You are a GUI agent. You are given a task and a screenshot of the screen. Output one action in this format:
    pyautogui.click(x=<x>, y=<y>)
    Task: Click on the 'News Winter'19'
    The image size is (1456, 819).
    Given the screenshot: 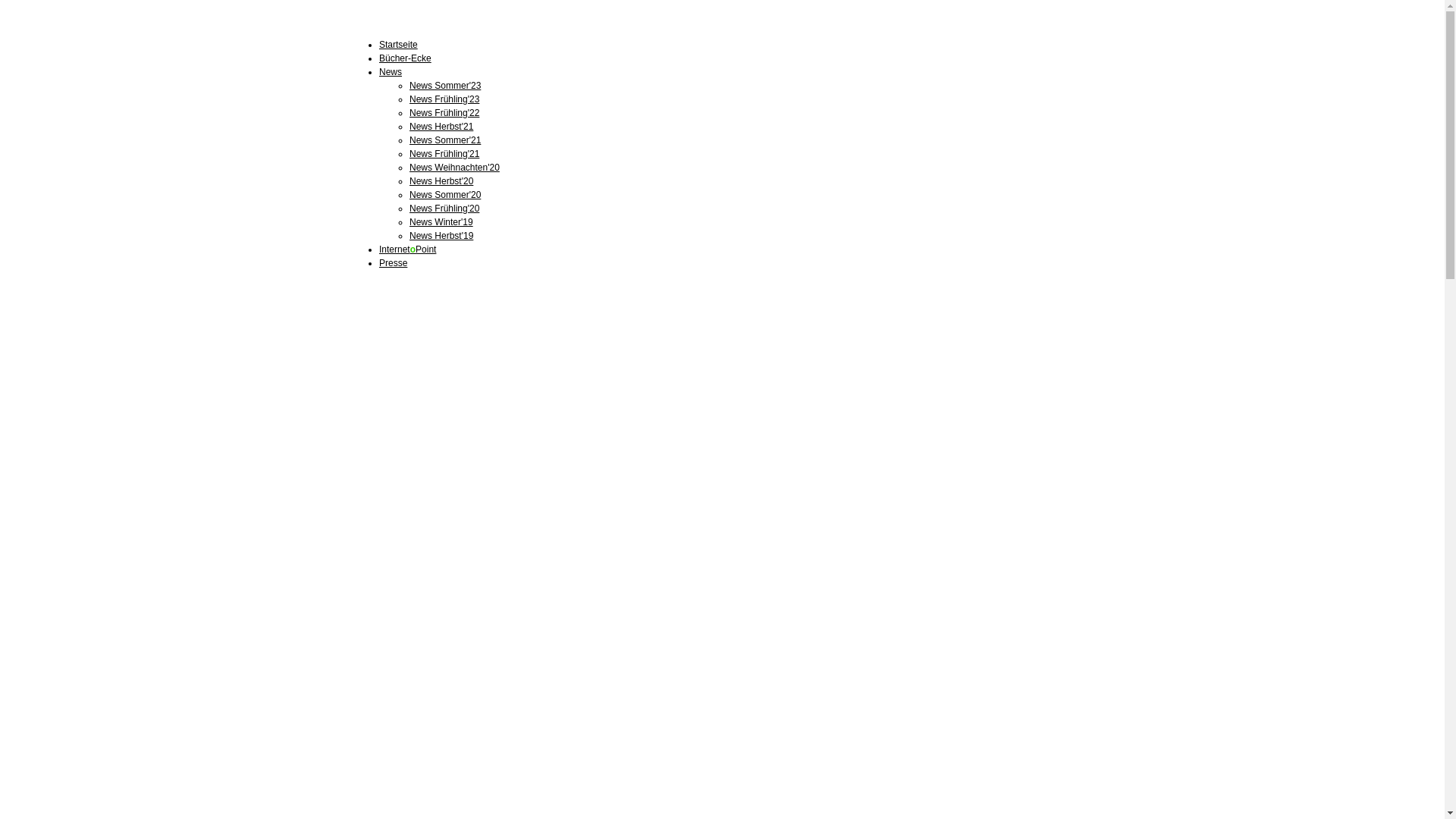 What is the action you would take?
    pyautogui.click(x=440, y=222)
    